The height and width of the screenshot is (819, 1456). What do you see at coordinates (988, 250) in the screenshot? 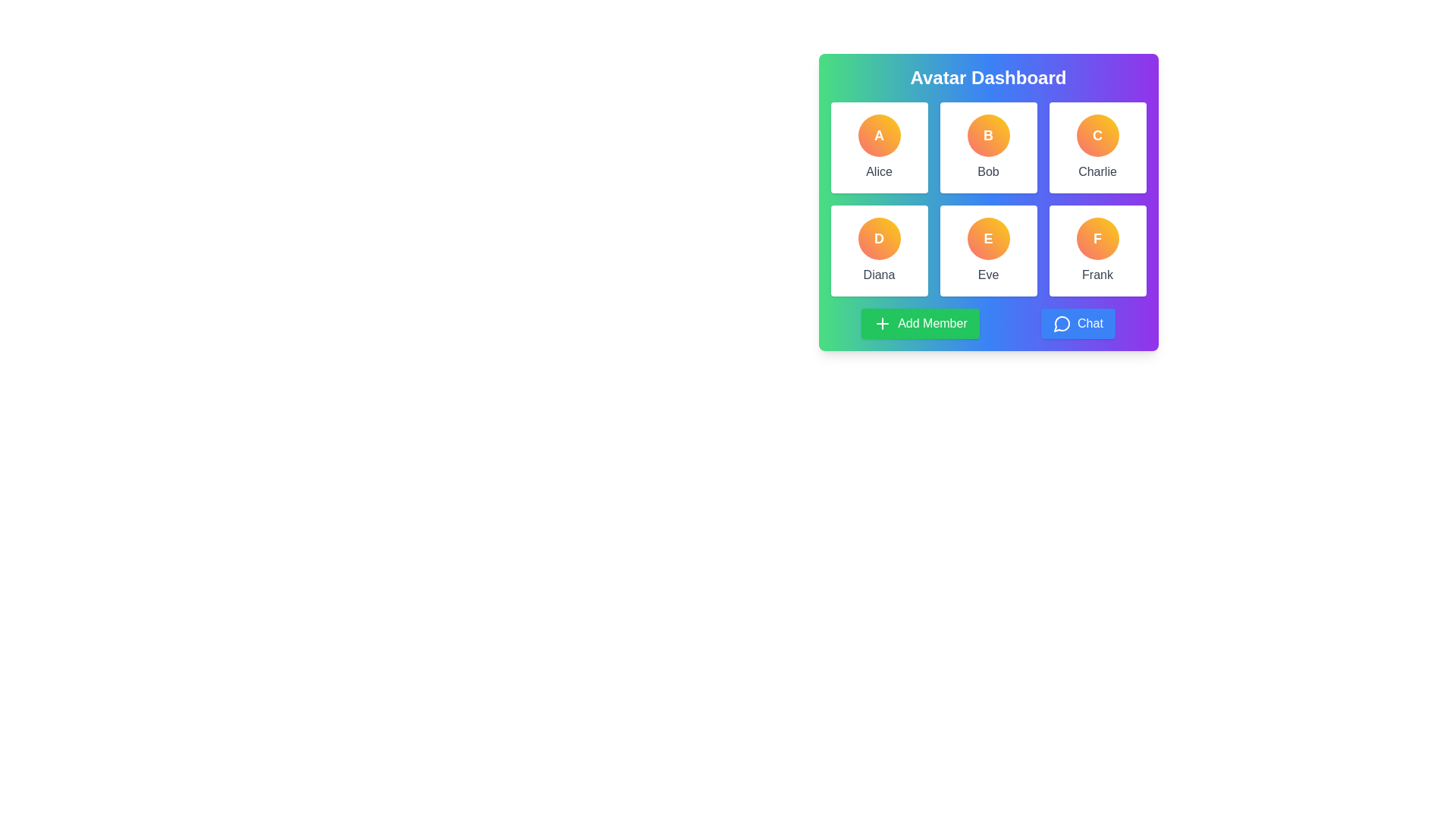
I see `the selectable user profile card featuring an orange circular icon with an 'E' and the name 'Eve' styled in medium gray text, located in the second row and middle column of the grid` at bounding box center [988, 250].